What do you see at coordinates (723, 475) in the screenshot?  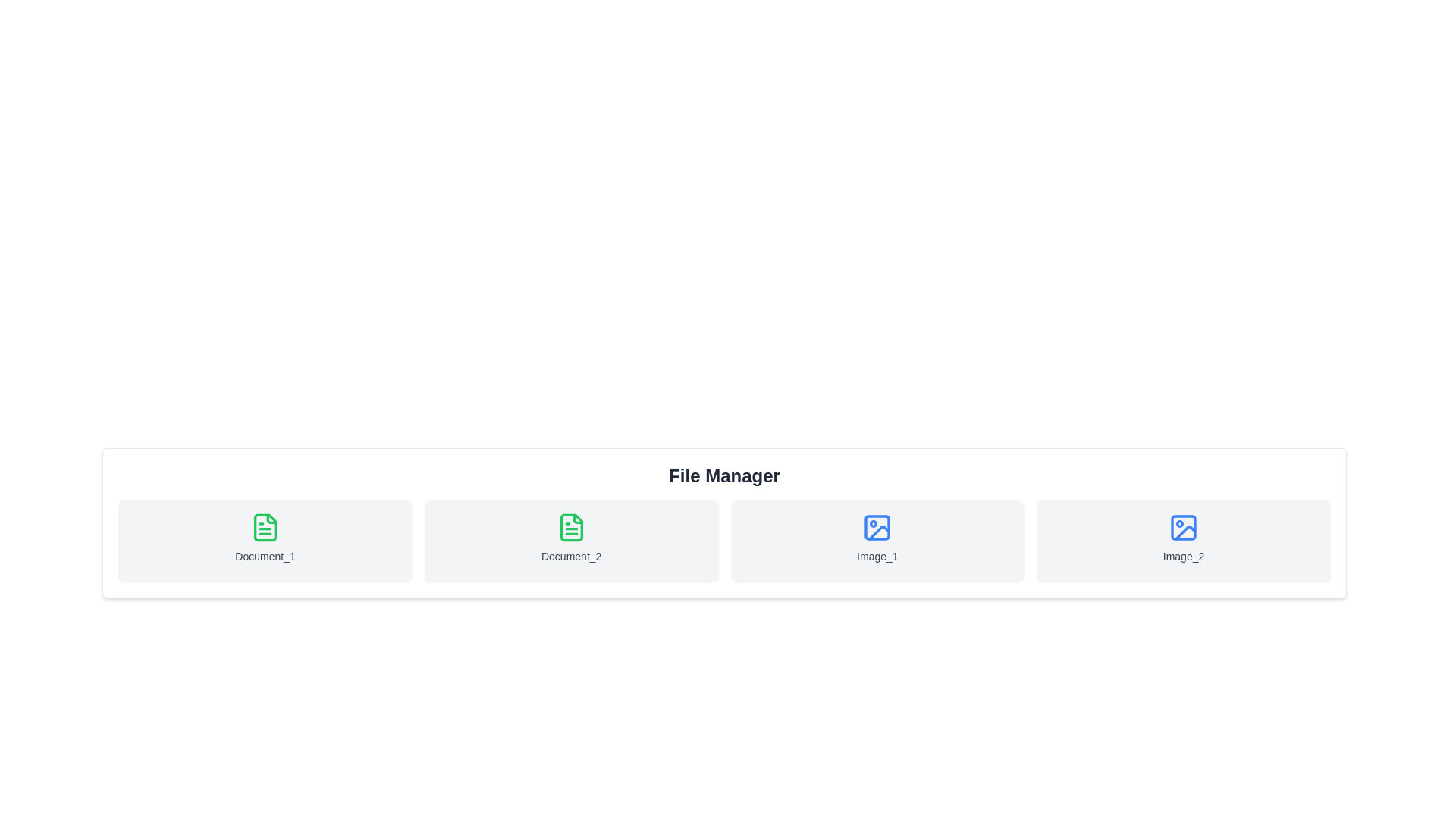 I see `the header text labeled 'File Manager', which is styled in a large, bold dark gray font and positioned above a grid layout of files and images` at bounding box center [723, 475].